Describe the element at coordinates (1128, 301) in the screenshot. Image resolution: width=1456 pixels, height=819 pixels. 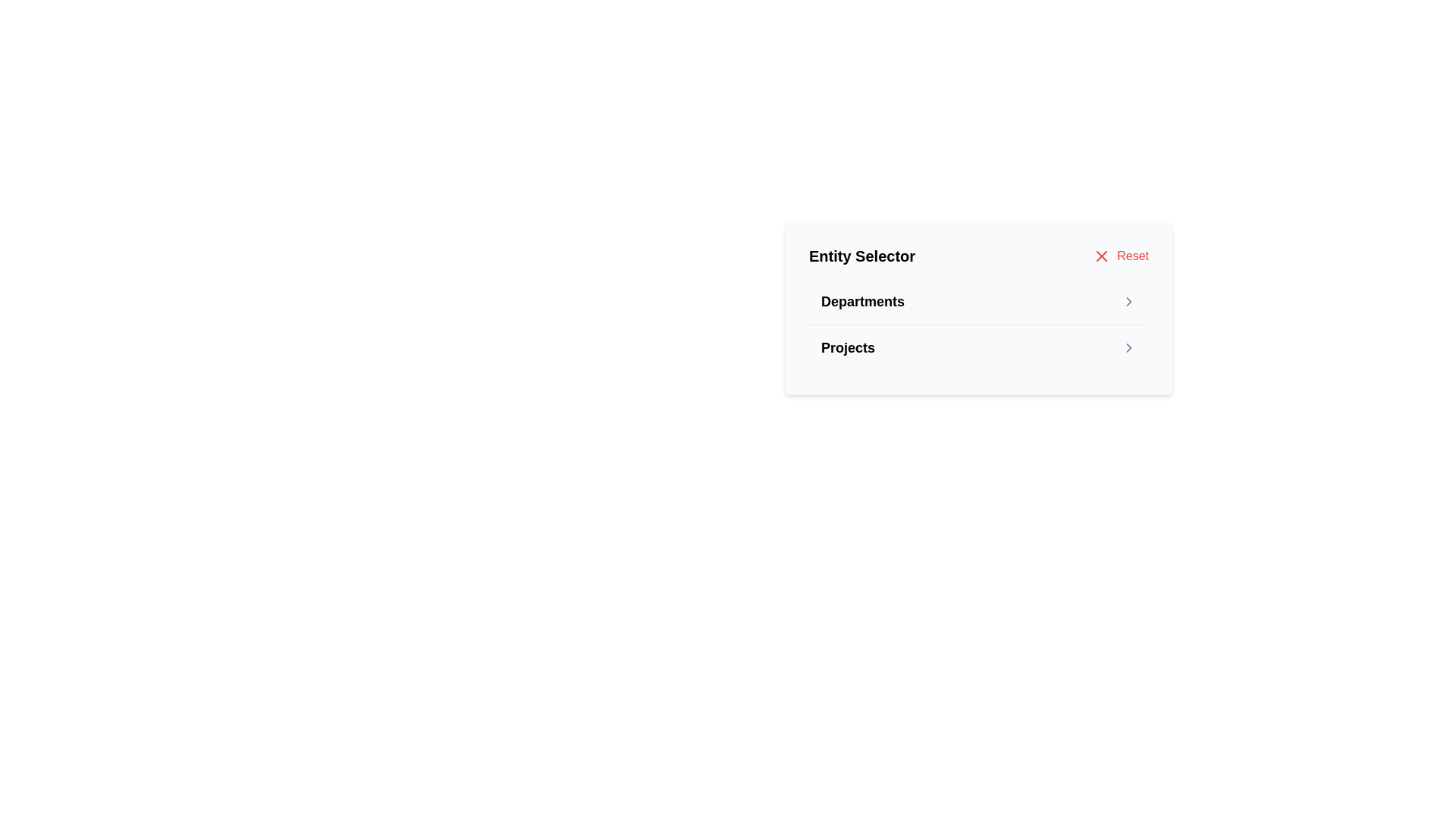
I see `the right-pointing chevron icon located at the rightmost end of the 'Departments' entry in the 'Entity Selector' menu` at that location.